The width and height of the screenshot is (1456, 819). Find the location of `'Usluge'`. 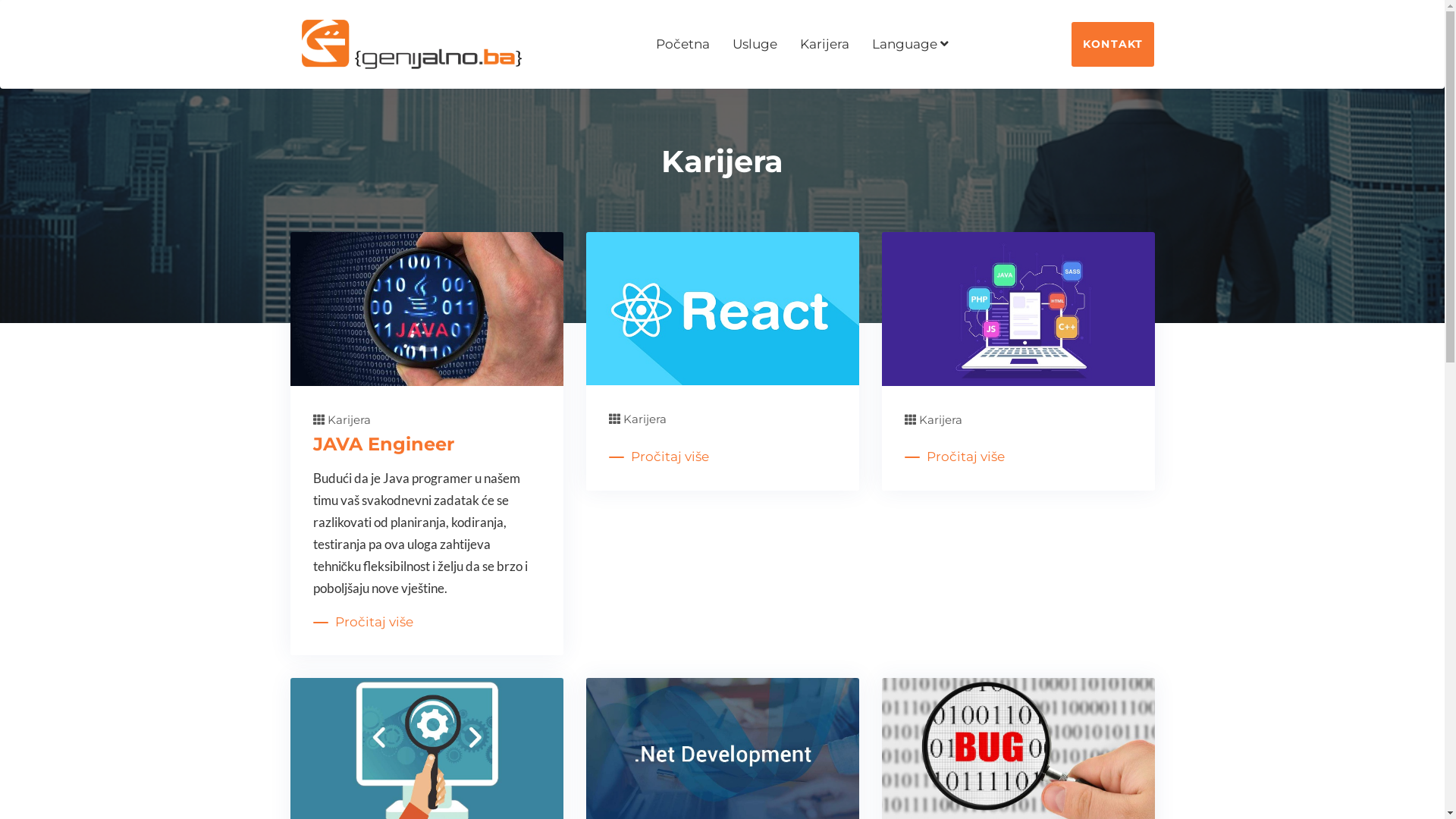

'Usluge' is located at coordinates (755, 43).